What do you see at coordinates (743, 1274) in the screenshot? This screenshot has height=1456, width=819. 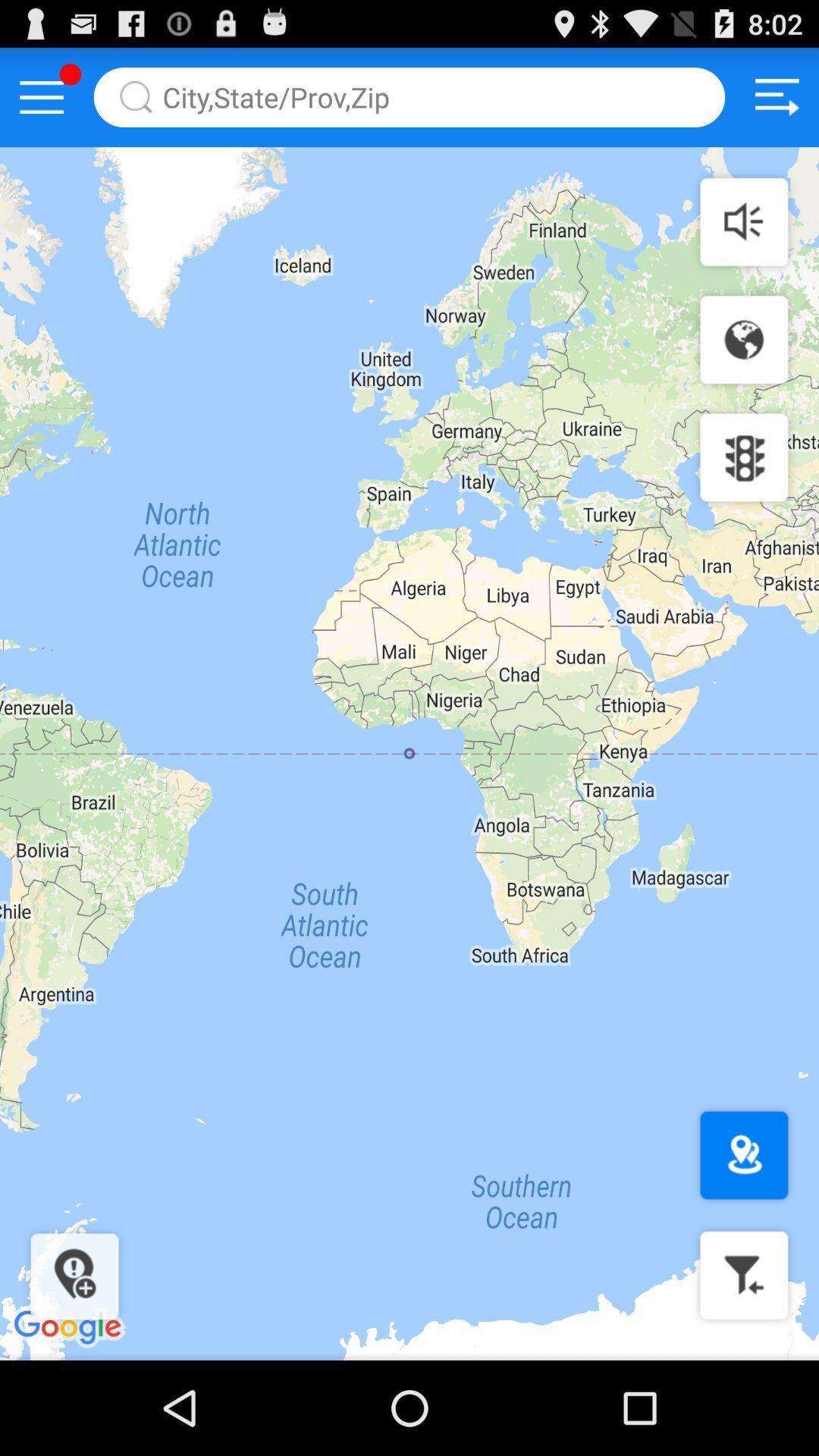 I see `find fuel` at bounding box center [743, 1274].